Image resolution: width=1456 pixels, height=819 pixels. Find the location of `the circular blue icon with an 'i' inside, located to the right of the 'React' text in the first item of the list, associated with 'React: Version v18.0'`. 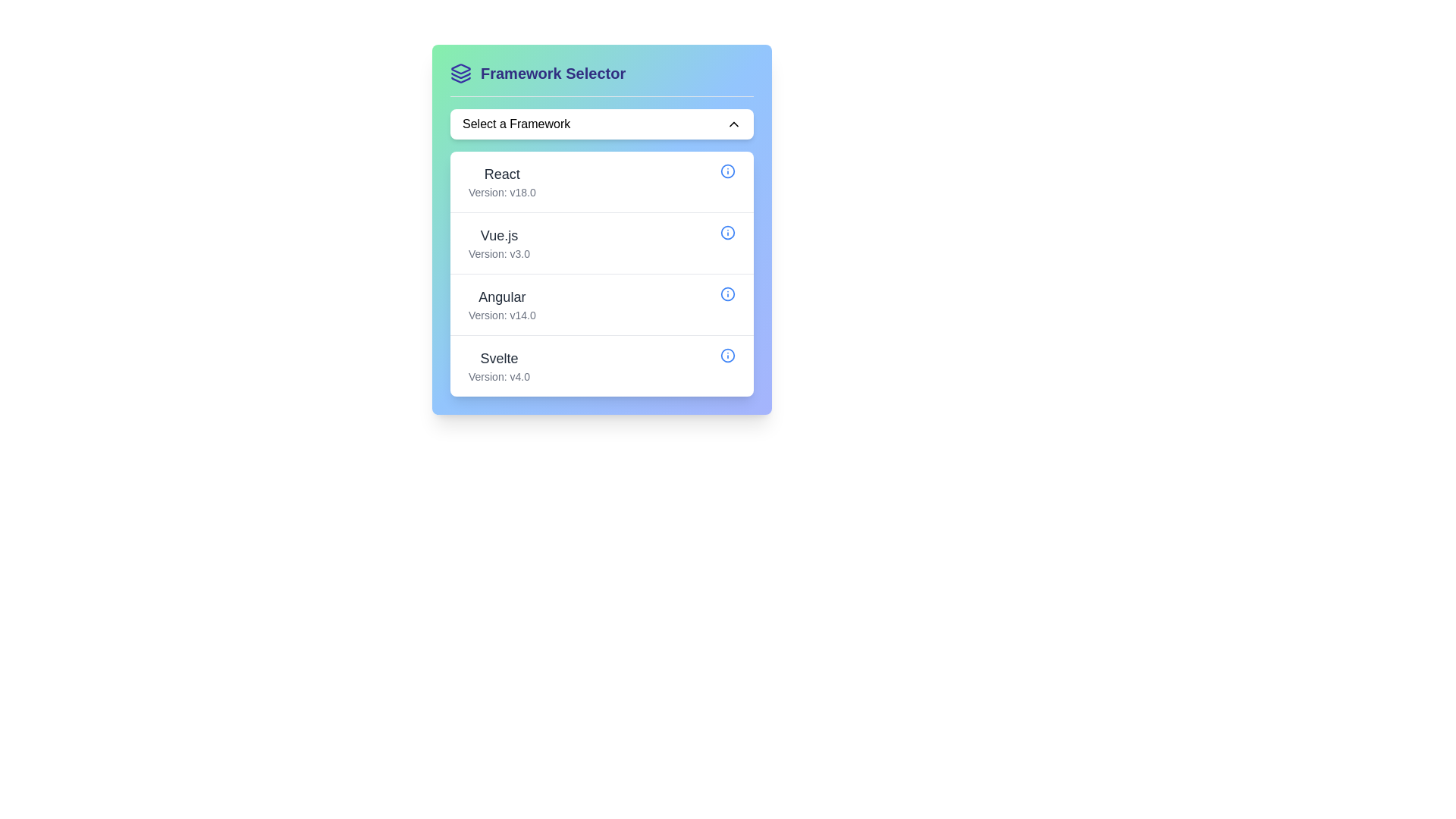

the circular blue icon with an 'i' inside, located to the right of the 'React' text in the first item of the list, associated with 'React: Version v18.0' is located at coordinates (728, 171).